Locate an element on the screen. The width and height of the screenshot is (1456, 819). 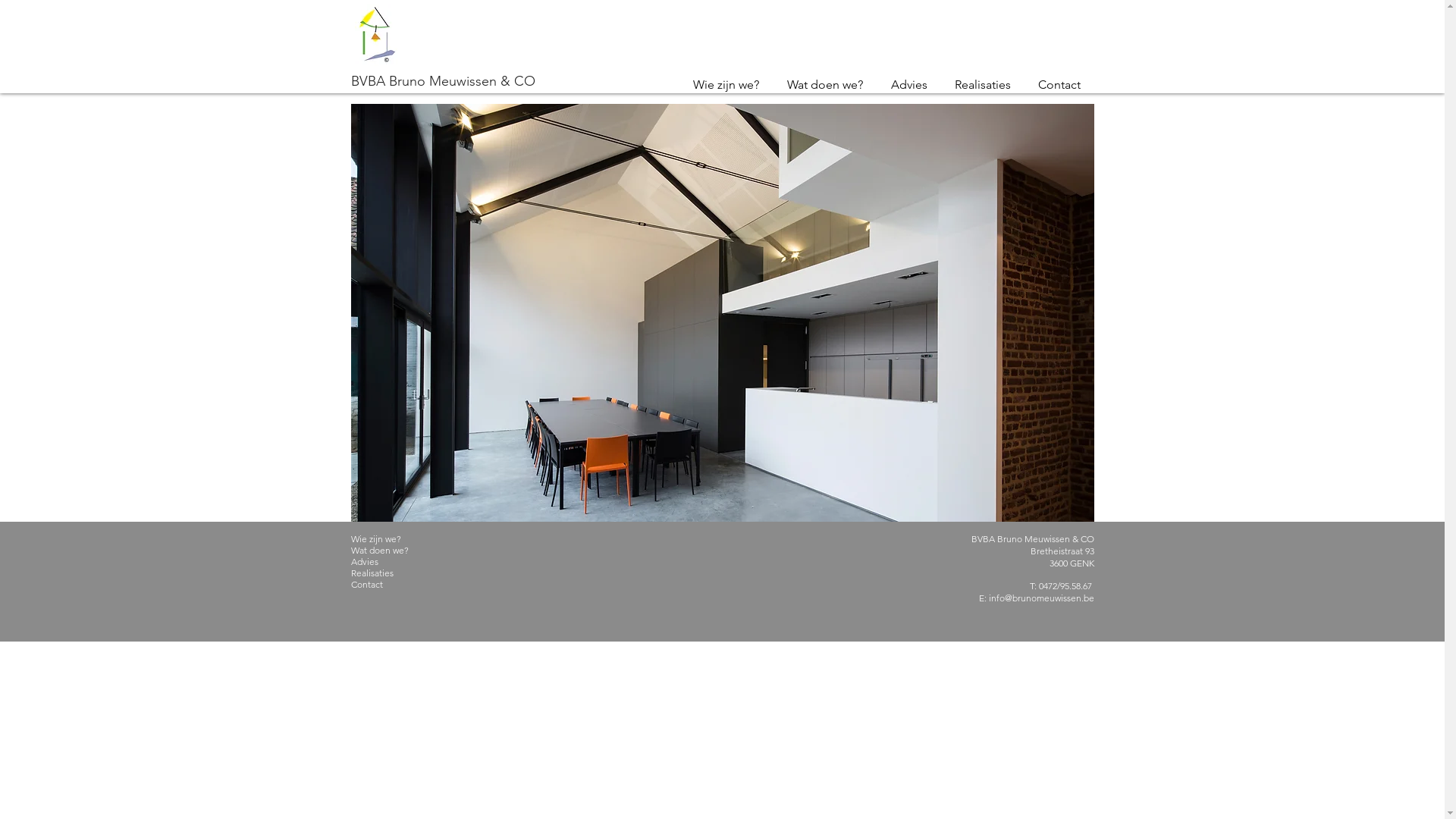
'Bruno Meuwissen logo Q-2.jpg' is located at coordinates (353, 34).